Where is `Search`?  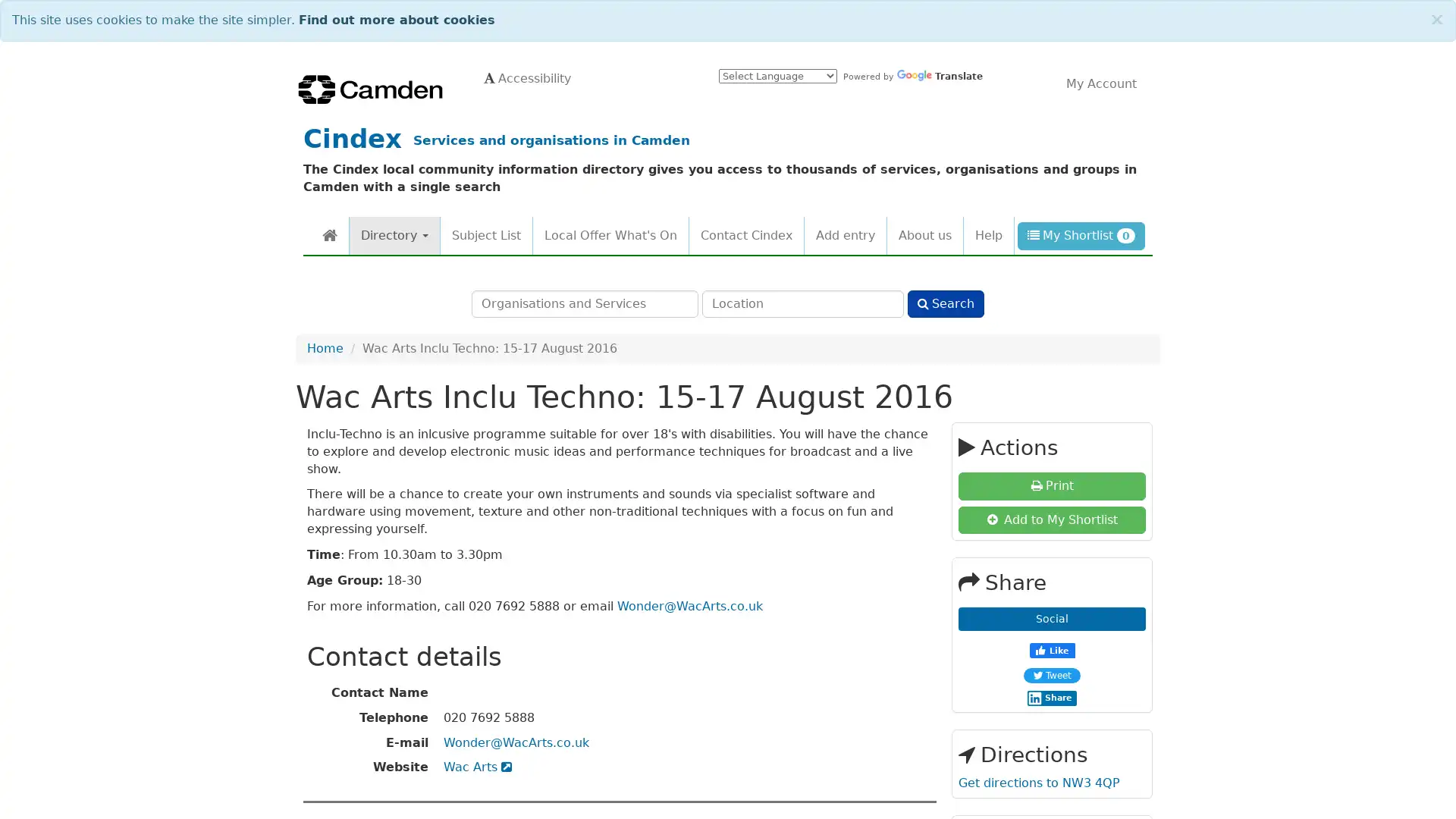 Search is located at coordinates (945, 303).